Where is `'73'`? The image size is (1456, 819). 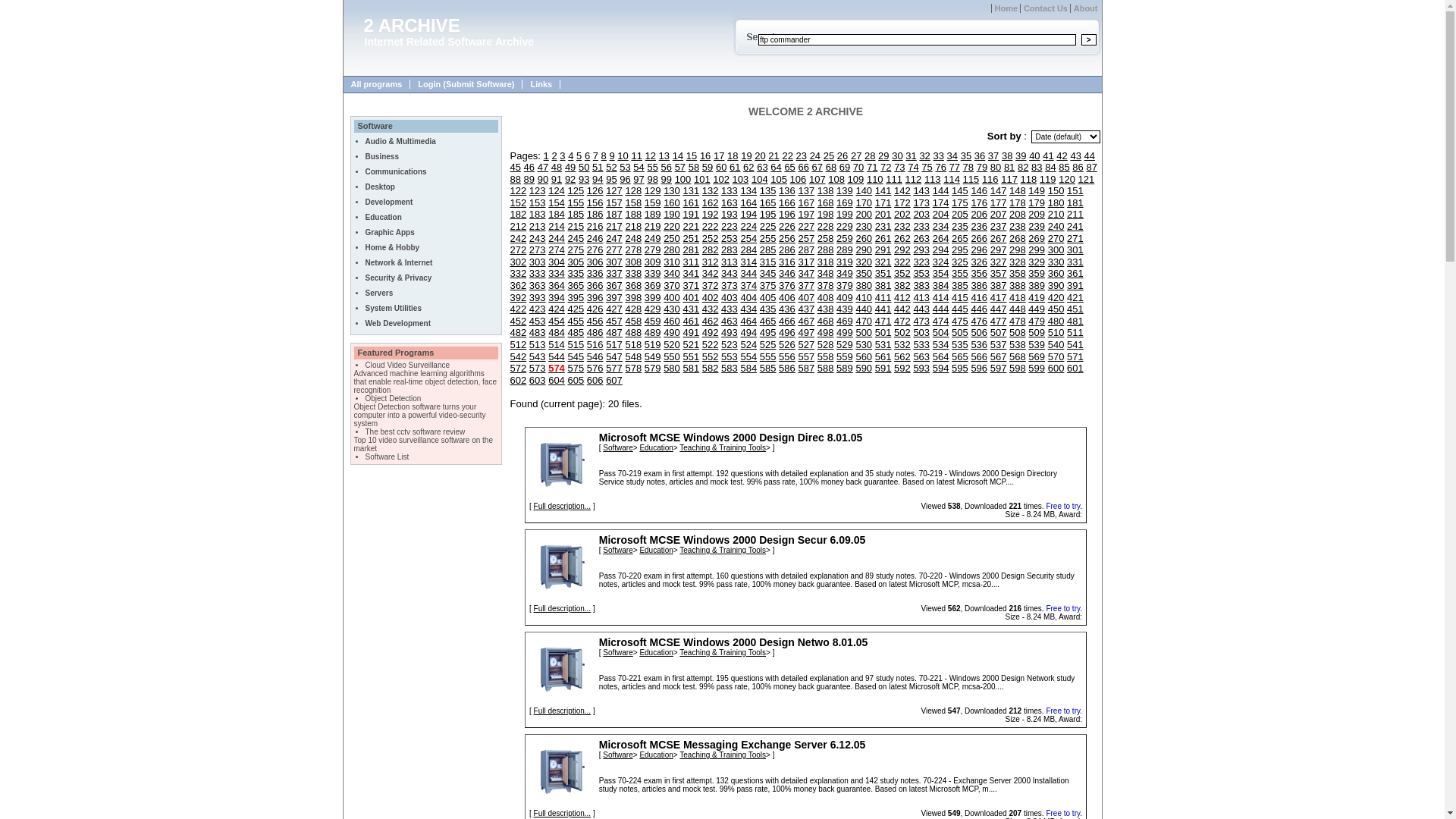
'73' is located at coordinates (899, 167).